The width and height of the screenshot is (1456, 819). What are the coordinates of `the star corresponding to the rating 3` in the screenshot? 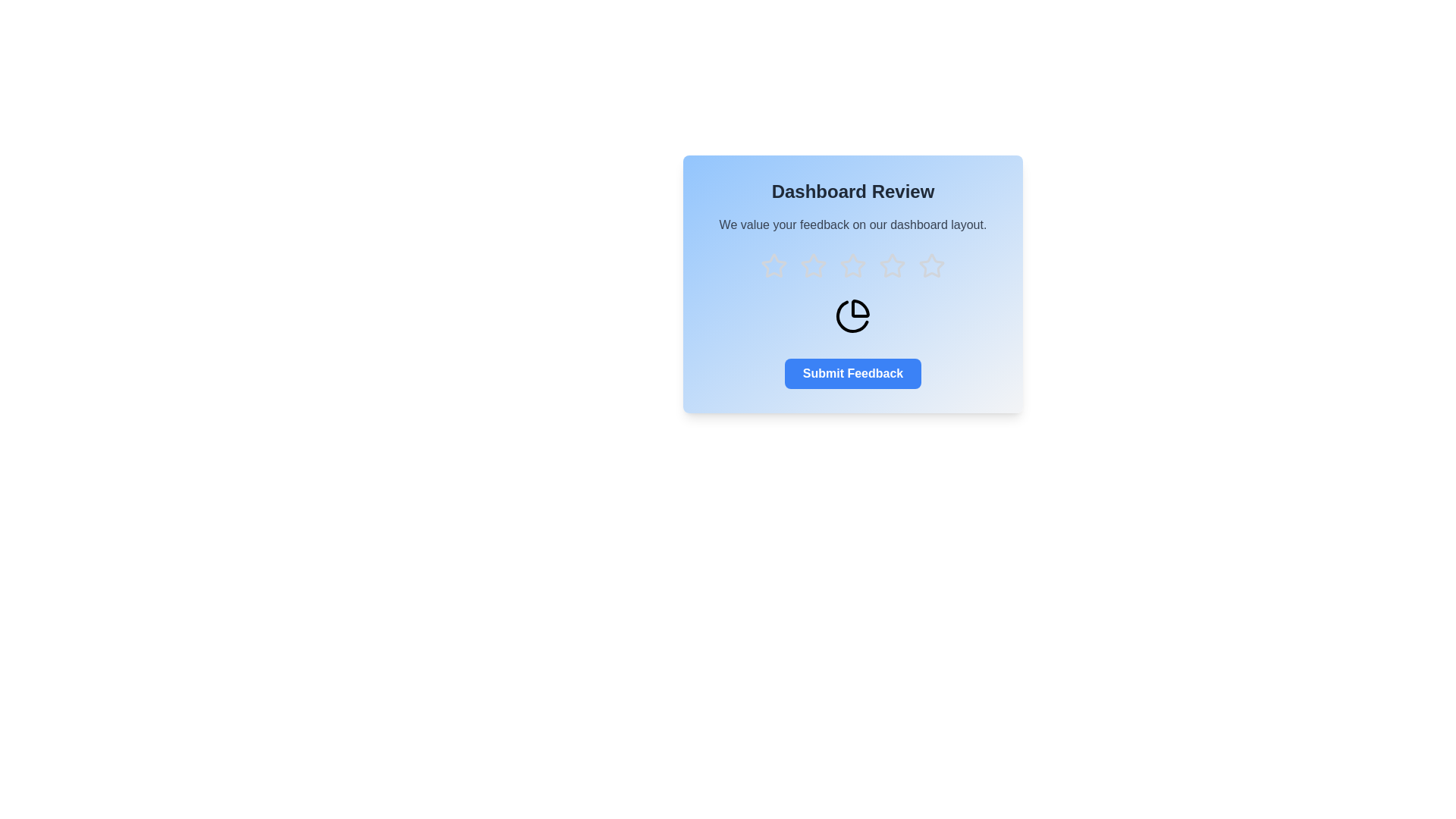 It's located at (852, 265).